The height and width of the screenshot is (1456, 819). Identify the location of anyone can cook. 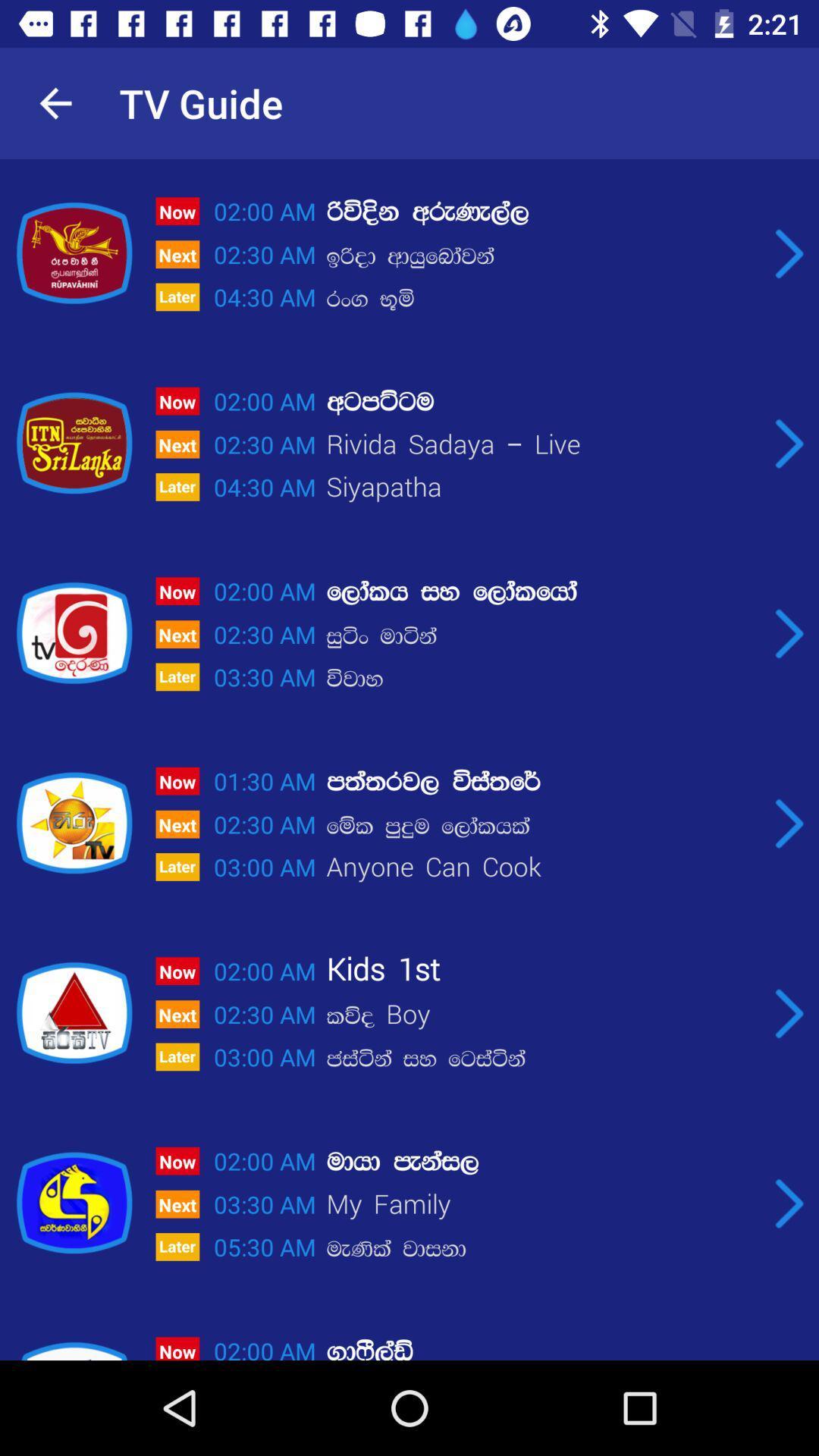
(541, 869).